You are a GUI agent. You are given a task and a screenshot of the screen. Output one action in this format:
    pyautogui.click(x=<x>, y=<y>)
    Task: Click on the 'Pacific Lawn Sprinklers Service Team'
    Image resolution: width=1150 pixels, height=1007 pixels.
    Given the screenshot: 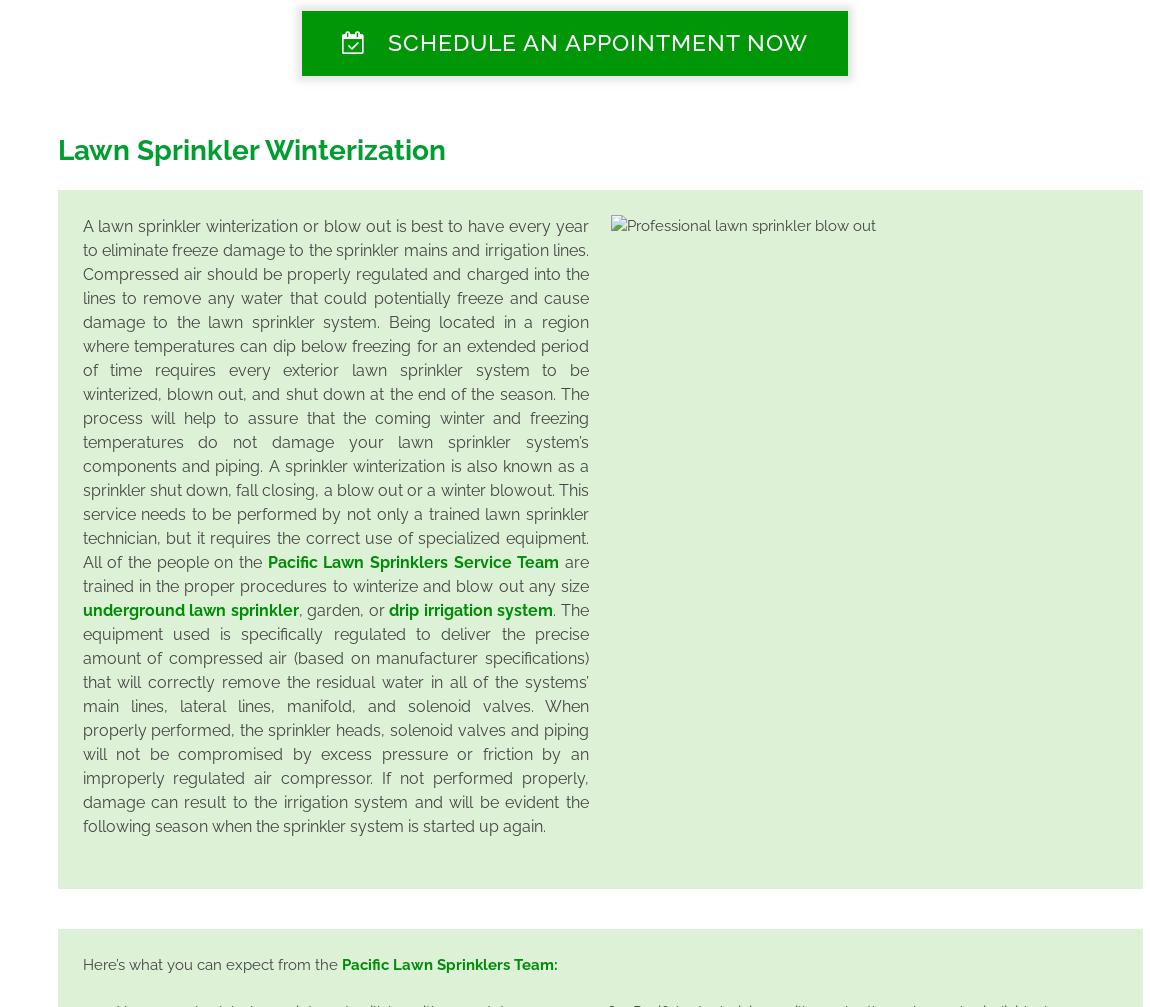 What is the action you would take?
    pyautogui.click(x=266, y=560)
    